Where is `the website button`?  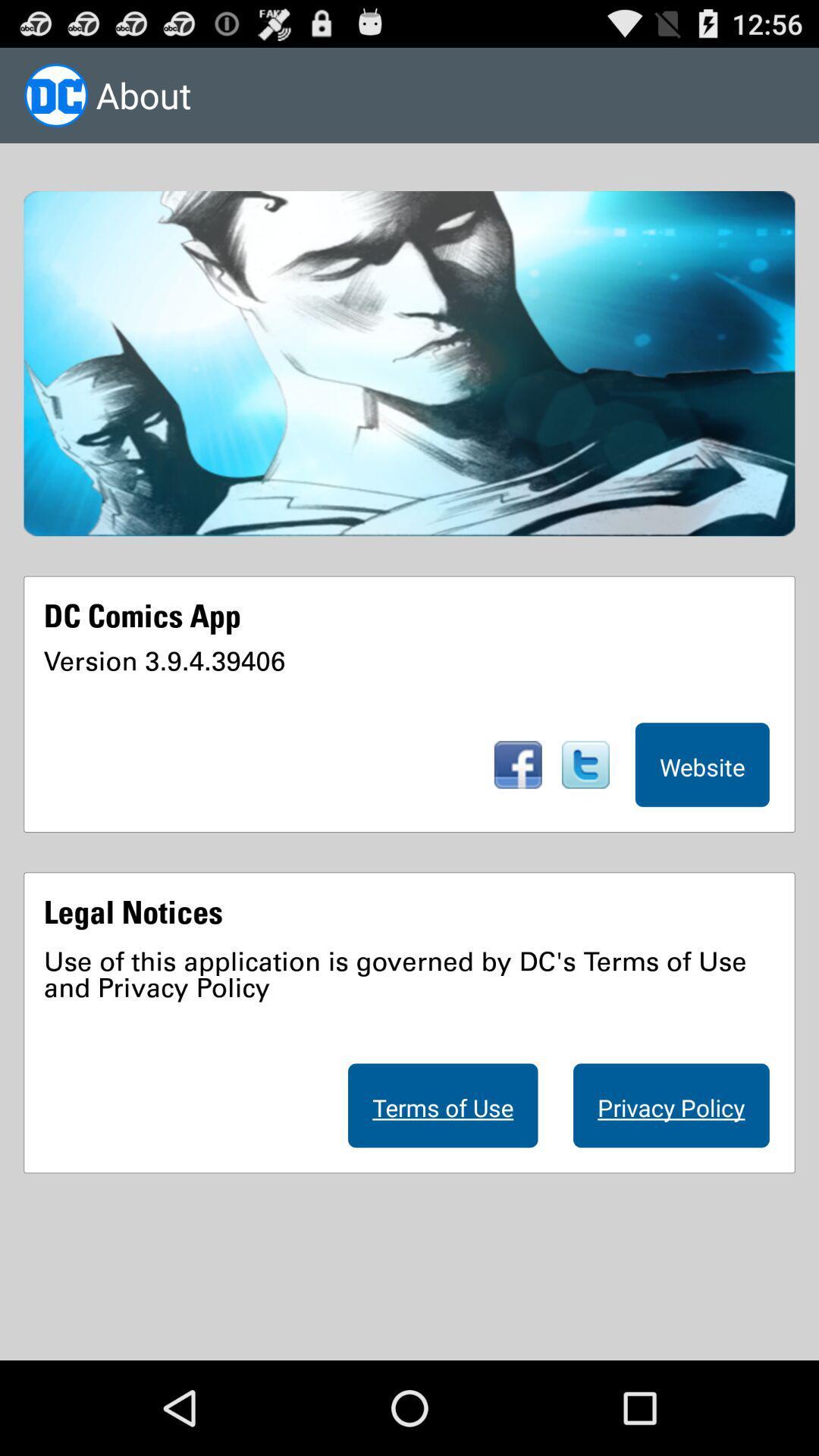 the website button is located at coordinates (702, 764).